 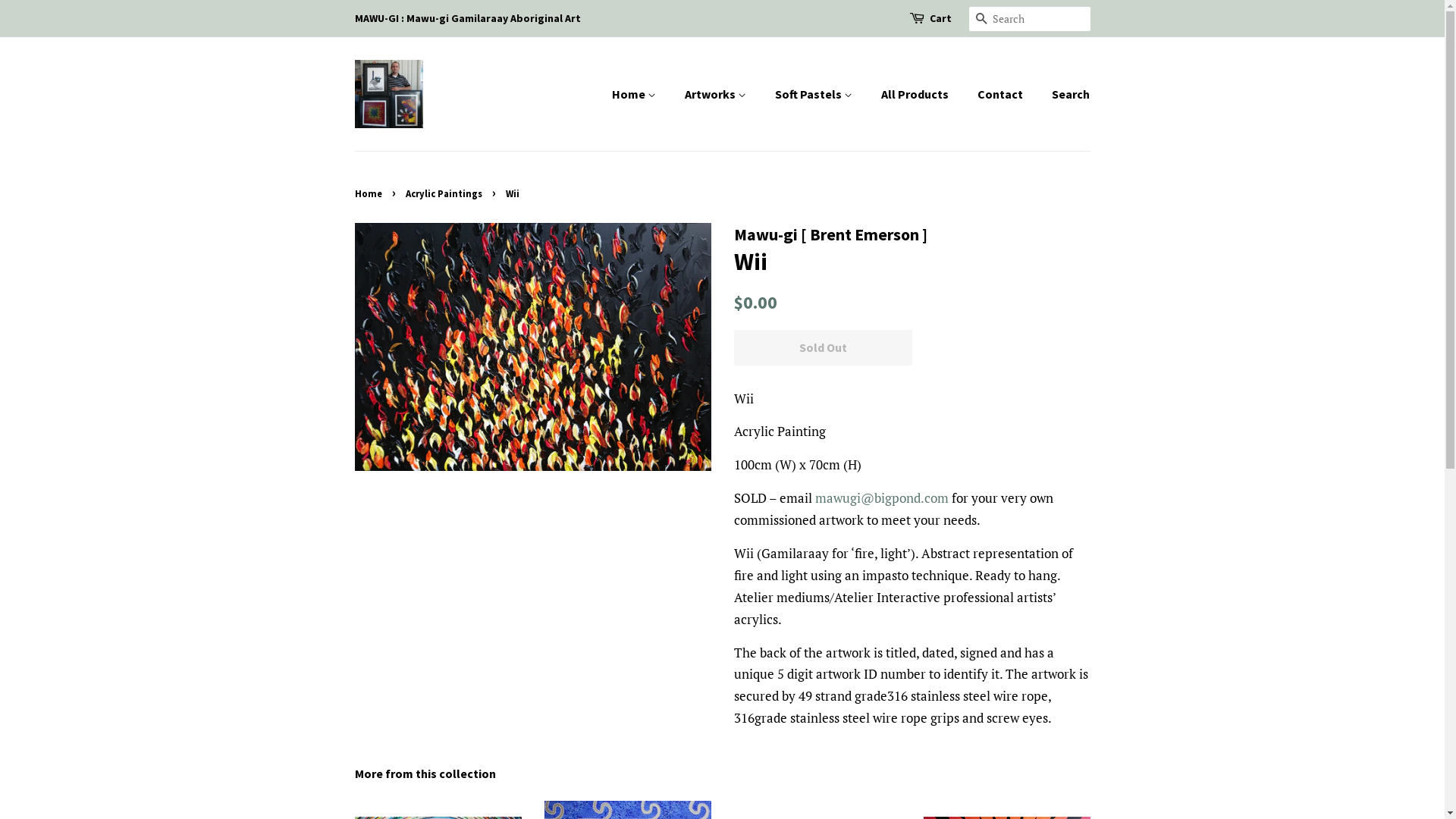 I want to click on 'Contact', so click(x=1002, y=94).